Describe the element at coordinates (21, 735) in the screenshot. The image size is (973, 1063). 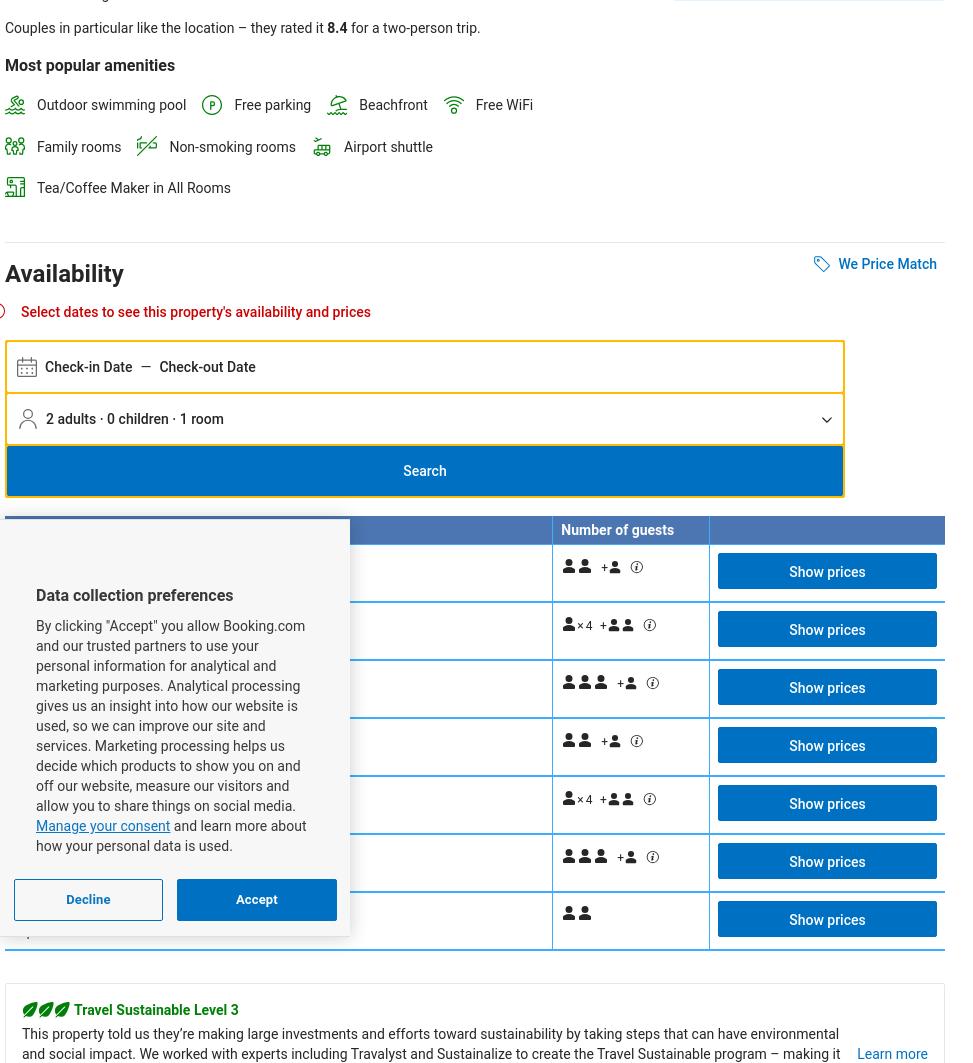
I see `'Standard Double Room'` at that location.